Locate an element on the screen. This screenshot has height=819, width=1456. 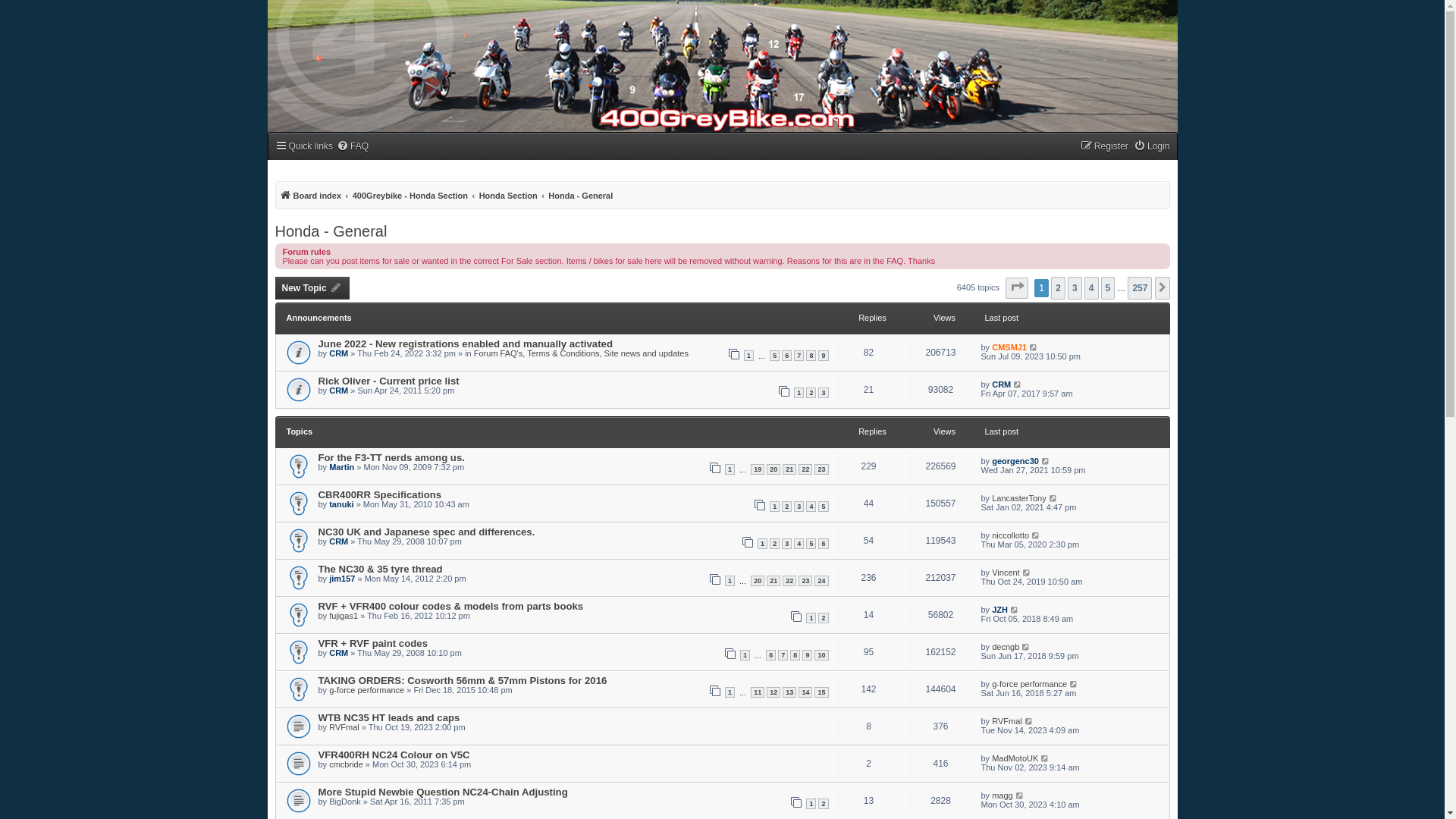
'257' is located at coordinates (1128, 288).